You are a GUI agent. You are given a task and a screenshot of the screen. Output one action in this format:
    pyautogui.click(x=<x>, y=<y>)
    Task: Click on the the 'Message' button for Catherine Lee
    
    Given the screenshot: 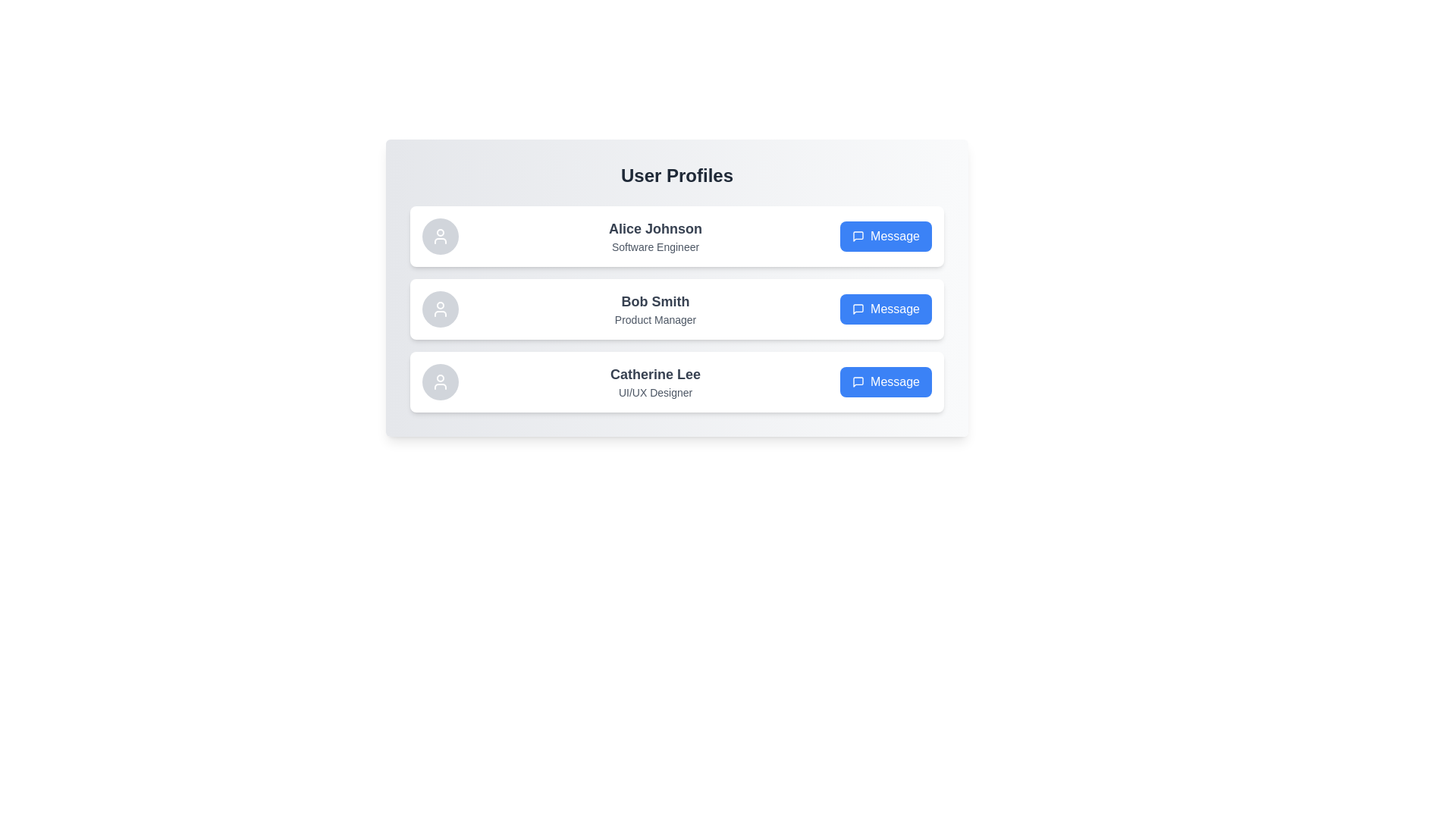 What is the action you would take?
    pyautogui.click(x=886, y=381)
    